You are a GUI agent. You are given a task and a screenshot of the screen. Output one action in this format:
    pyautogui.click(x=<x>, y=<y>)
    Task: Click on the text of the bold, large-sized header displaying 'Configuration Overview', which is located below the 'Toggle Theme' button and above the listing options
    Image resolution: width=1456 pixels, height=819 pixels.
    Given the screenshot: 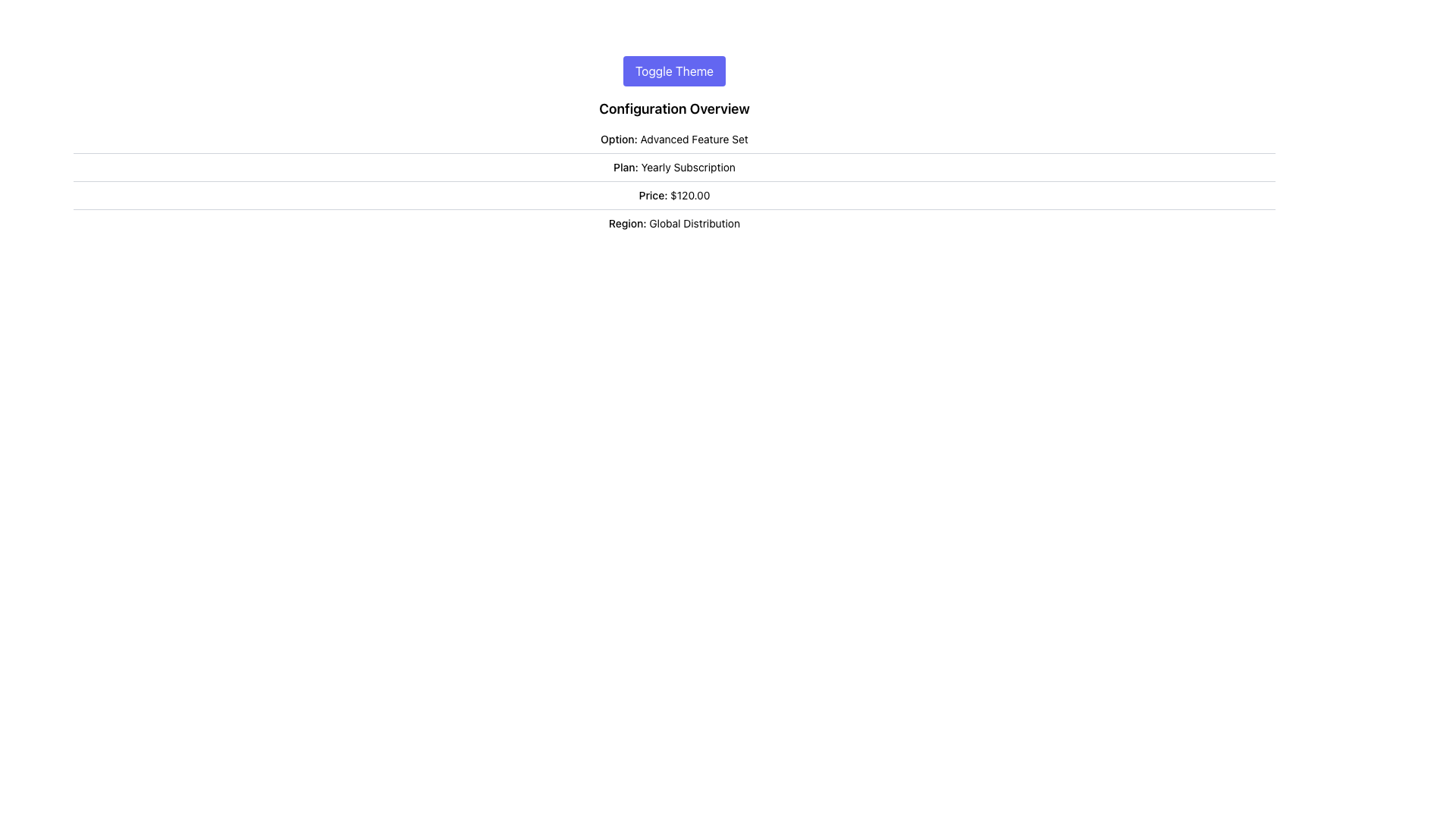 What is the action you would take?
    pyautogui.click(x=673, y=108)
    